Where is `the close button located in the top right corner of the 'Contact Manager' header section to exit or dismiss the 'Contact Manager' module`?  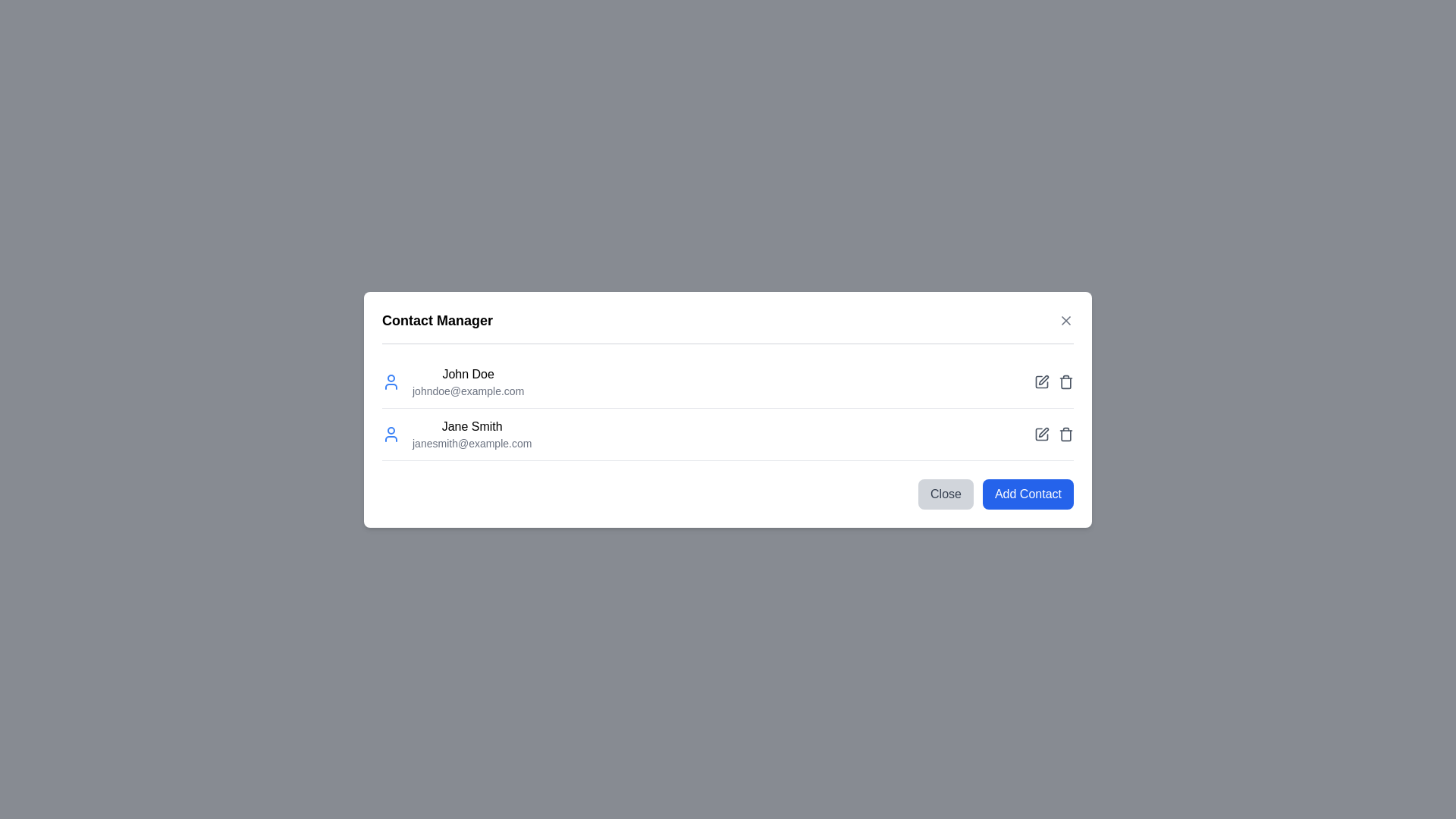
the close button located in the top right corner of the 'Contact Manager' header section to exit or dismiss the 'Contact Manager' module is located at coordinates (1065, 319).